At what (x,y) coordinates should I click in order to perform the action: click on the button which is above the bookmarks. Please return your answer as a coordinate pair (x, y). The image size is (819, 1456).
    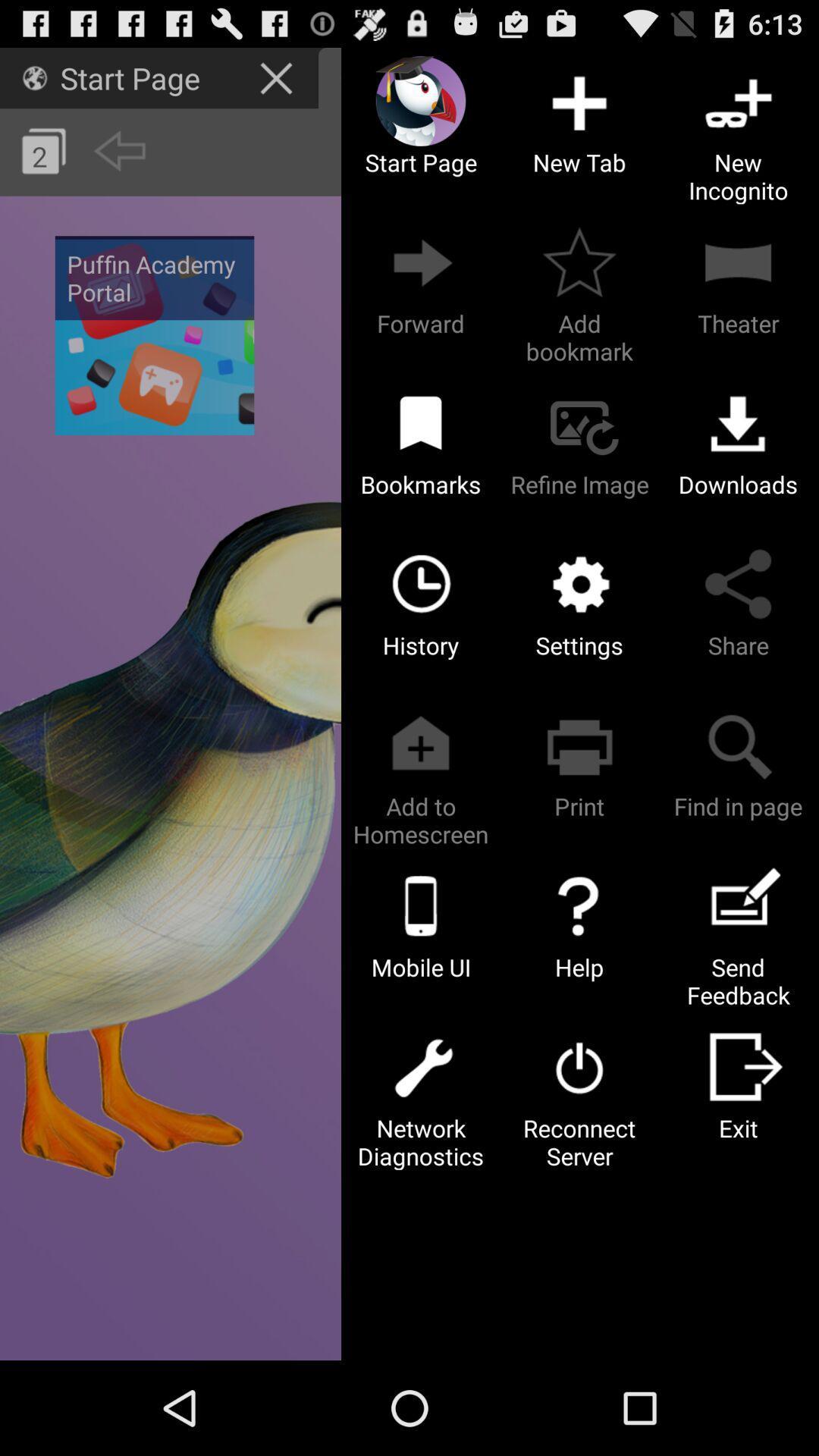
    Looking at the image, I should click on (421, 262).